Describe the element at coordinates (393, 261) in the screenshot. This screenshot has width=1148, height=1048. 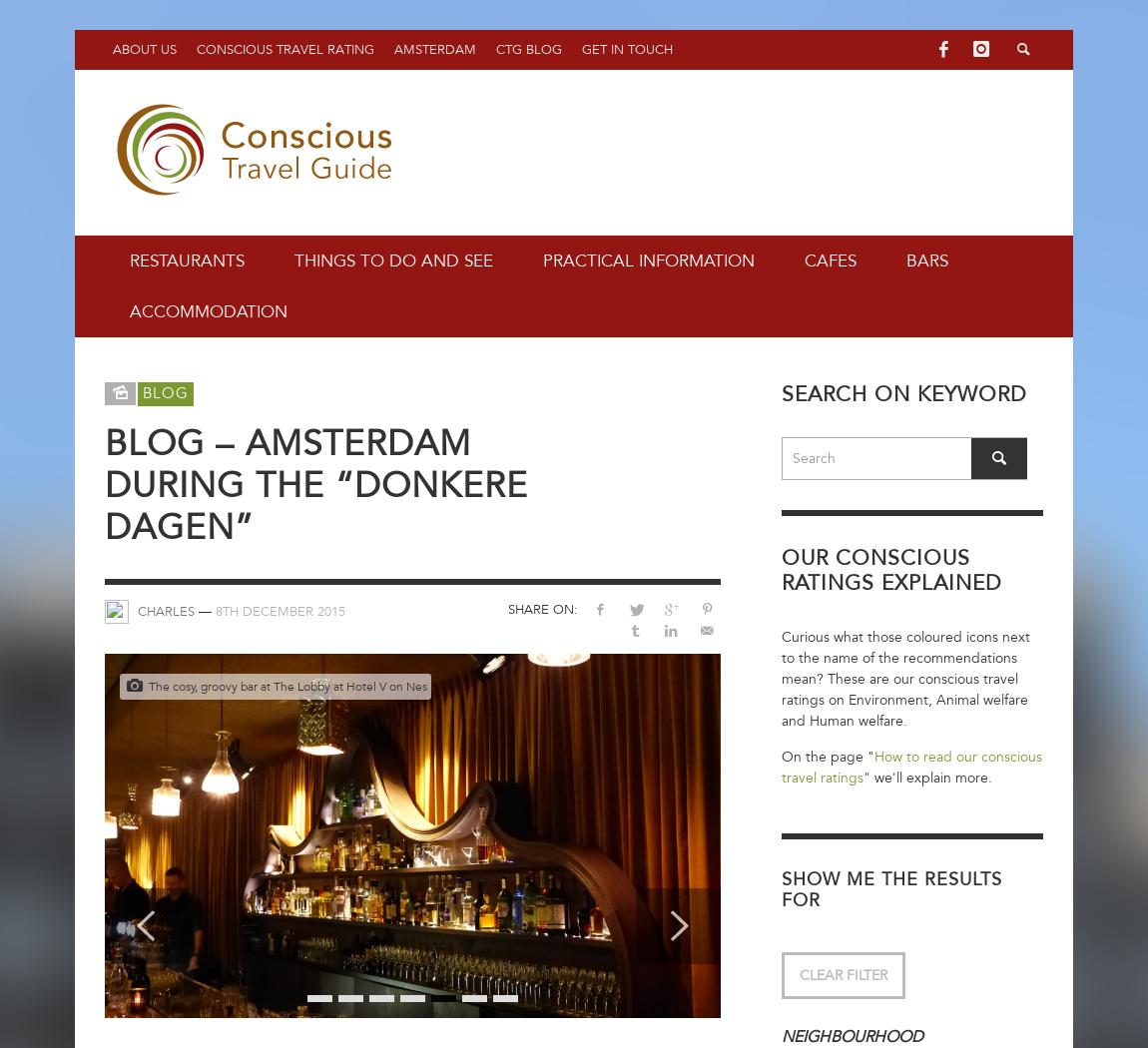
I see `'Things to do and see'` at that location.